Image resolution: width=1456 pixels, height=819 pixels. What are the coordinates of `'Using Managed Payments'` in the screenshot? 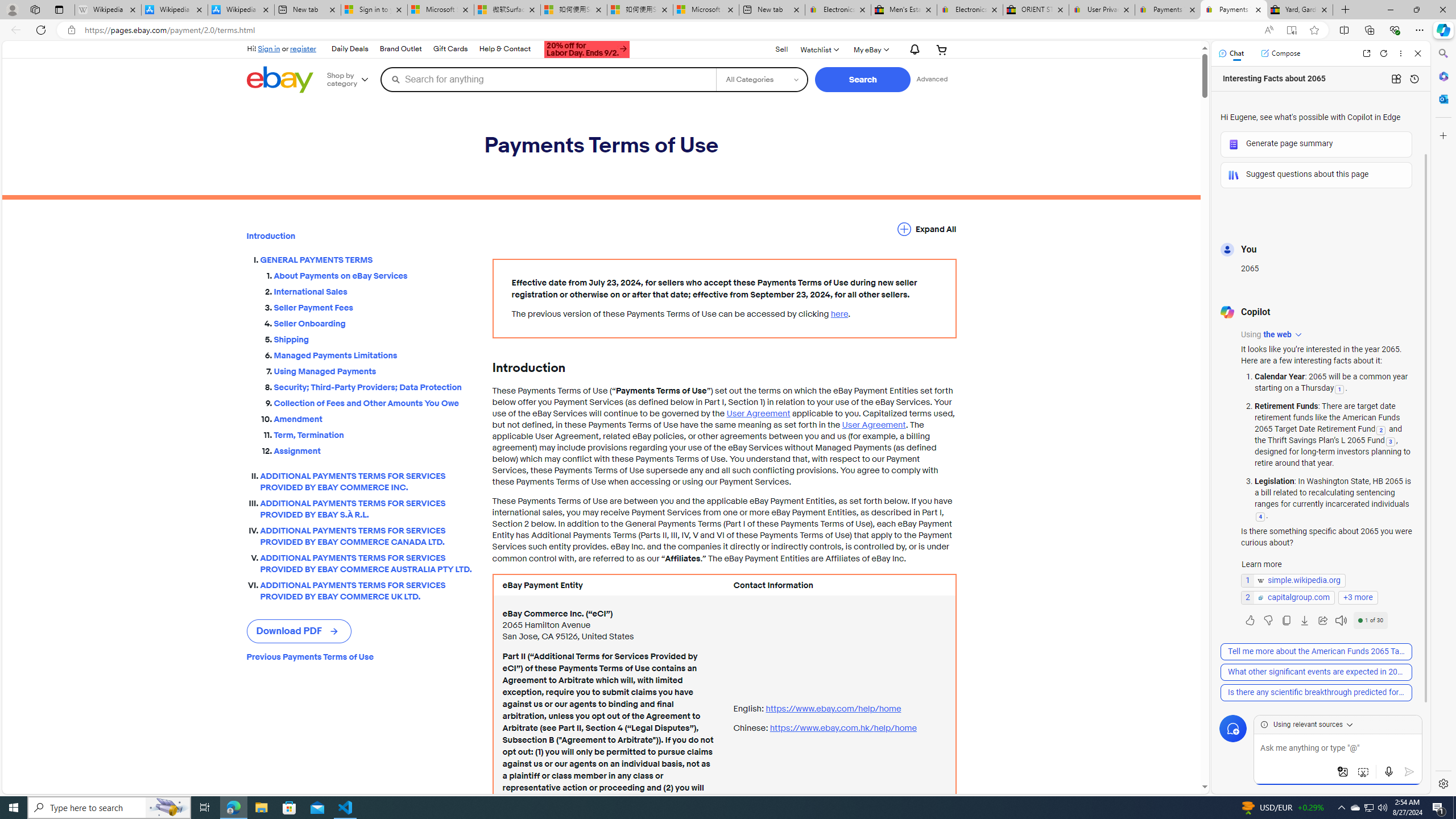 It's located at (373, 371).